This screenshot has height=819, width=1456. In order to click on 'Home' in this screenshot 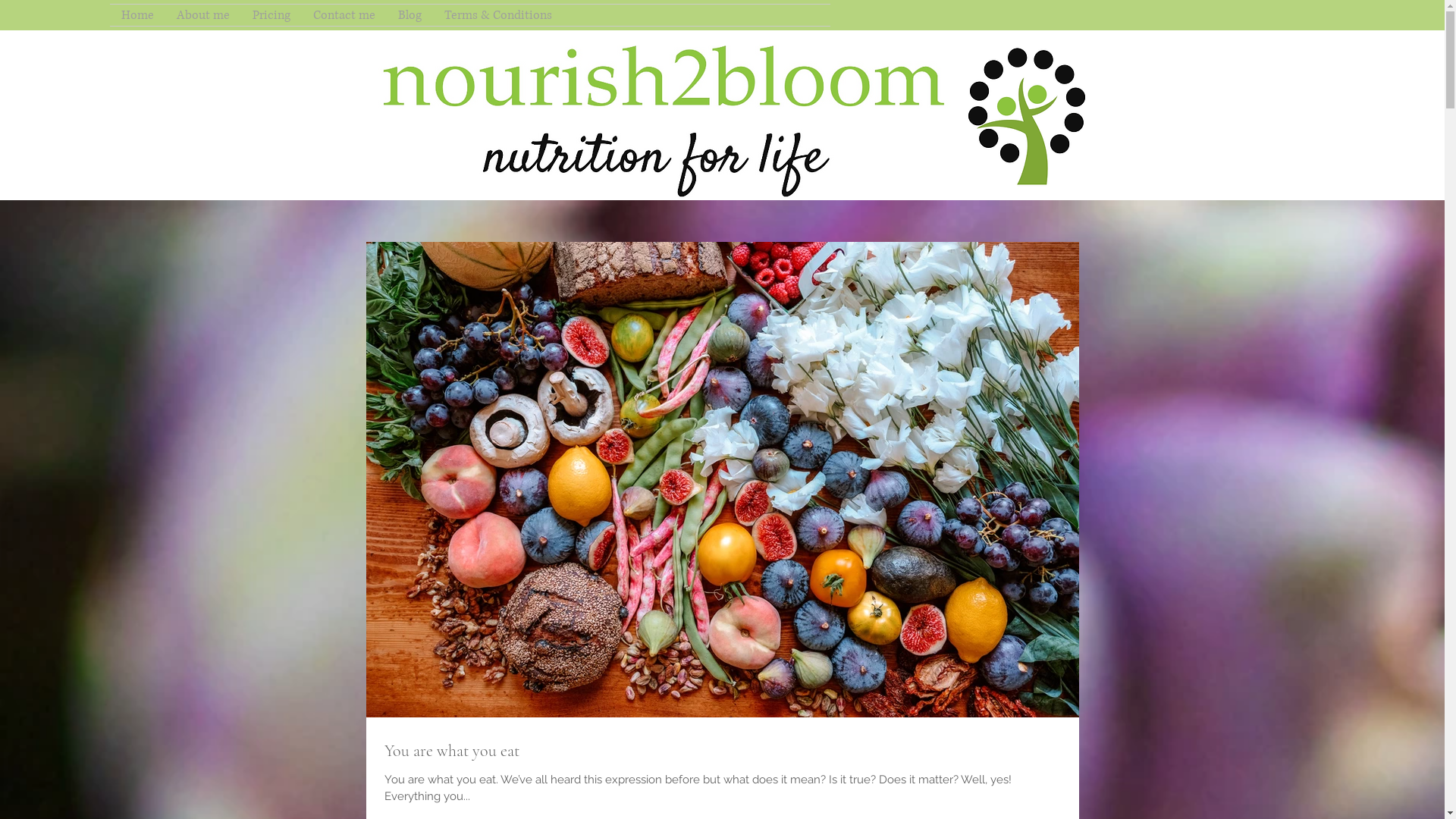, I will do `click(137, 14)`.